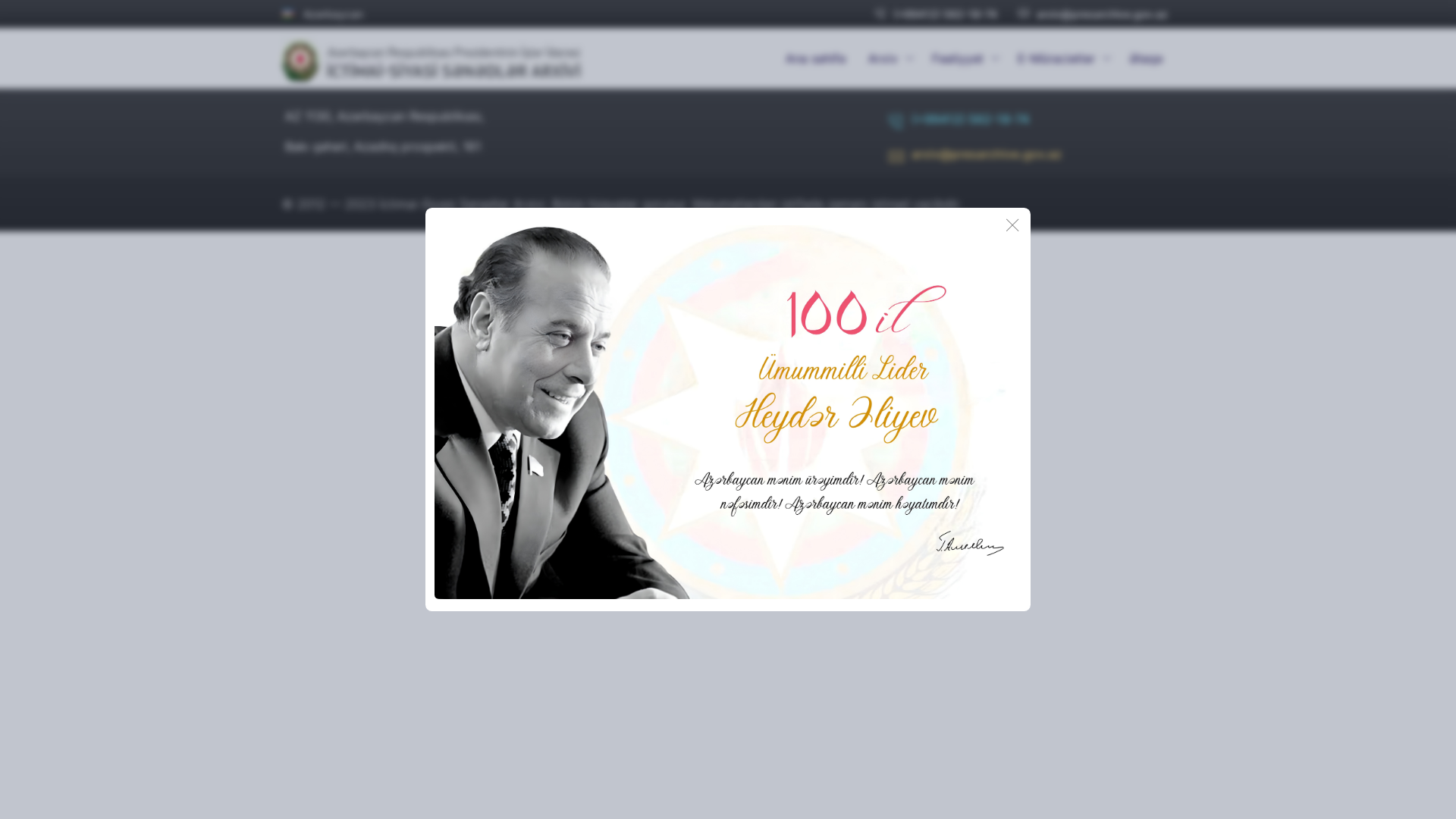 This screenshot has width=1456, height=819. Describe the element at coordinates (1093, 14) in the screenshot. I see `'arxiv@presarchive.gov.az'` at that location.